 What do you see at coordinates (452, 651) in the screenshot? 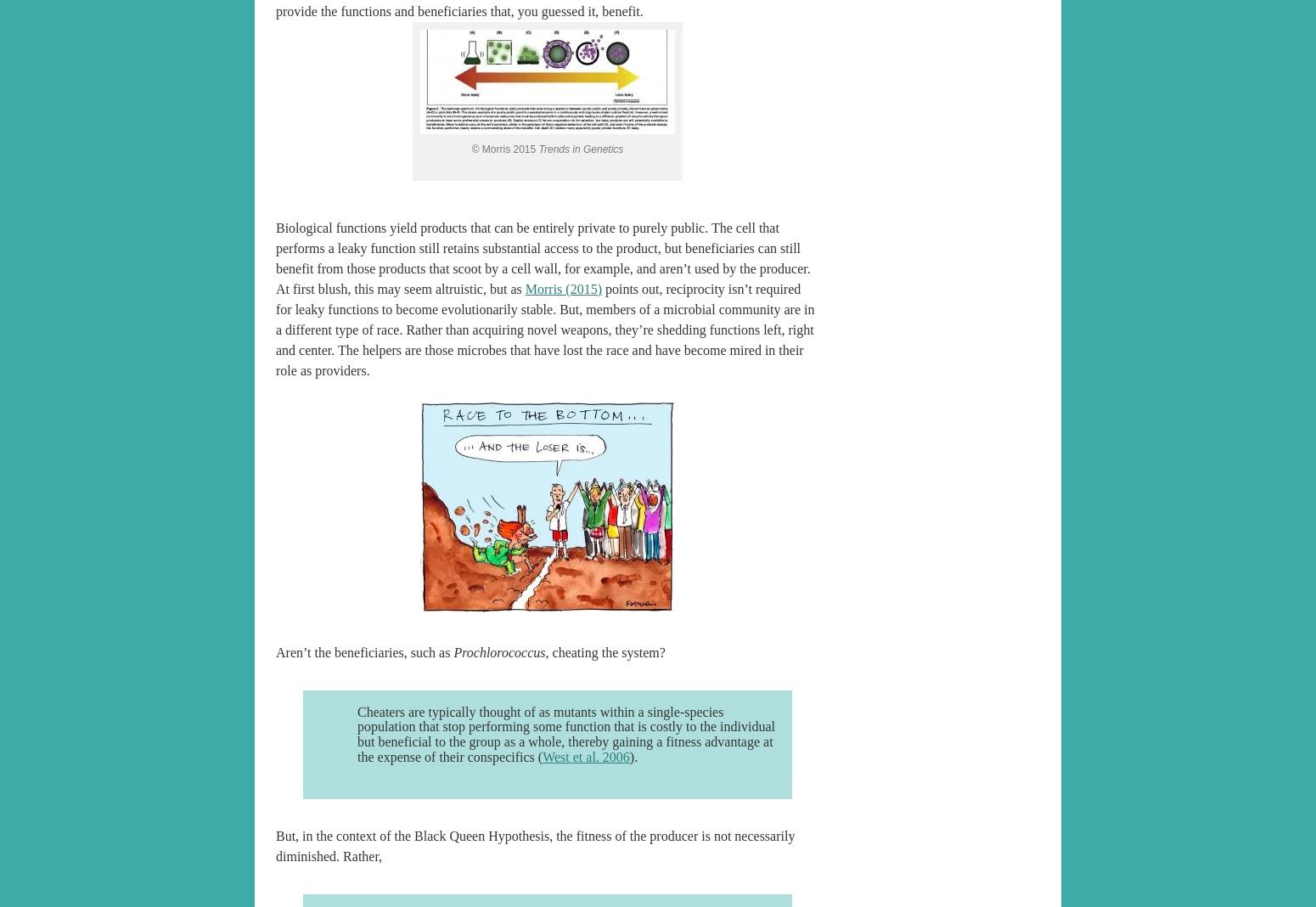
I see `'Prochlorococcus'` at bounding box center [452, 651].